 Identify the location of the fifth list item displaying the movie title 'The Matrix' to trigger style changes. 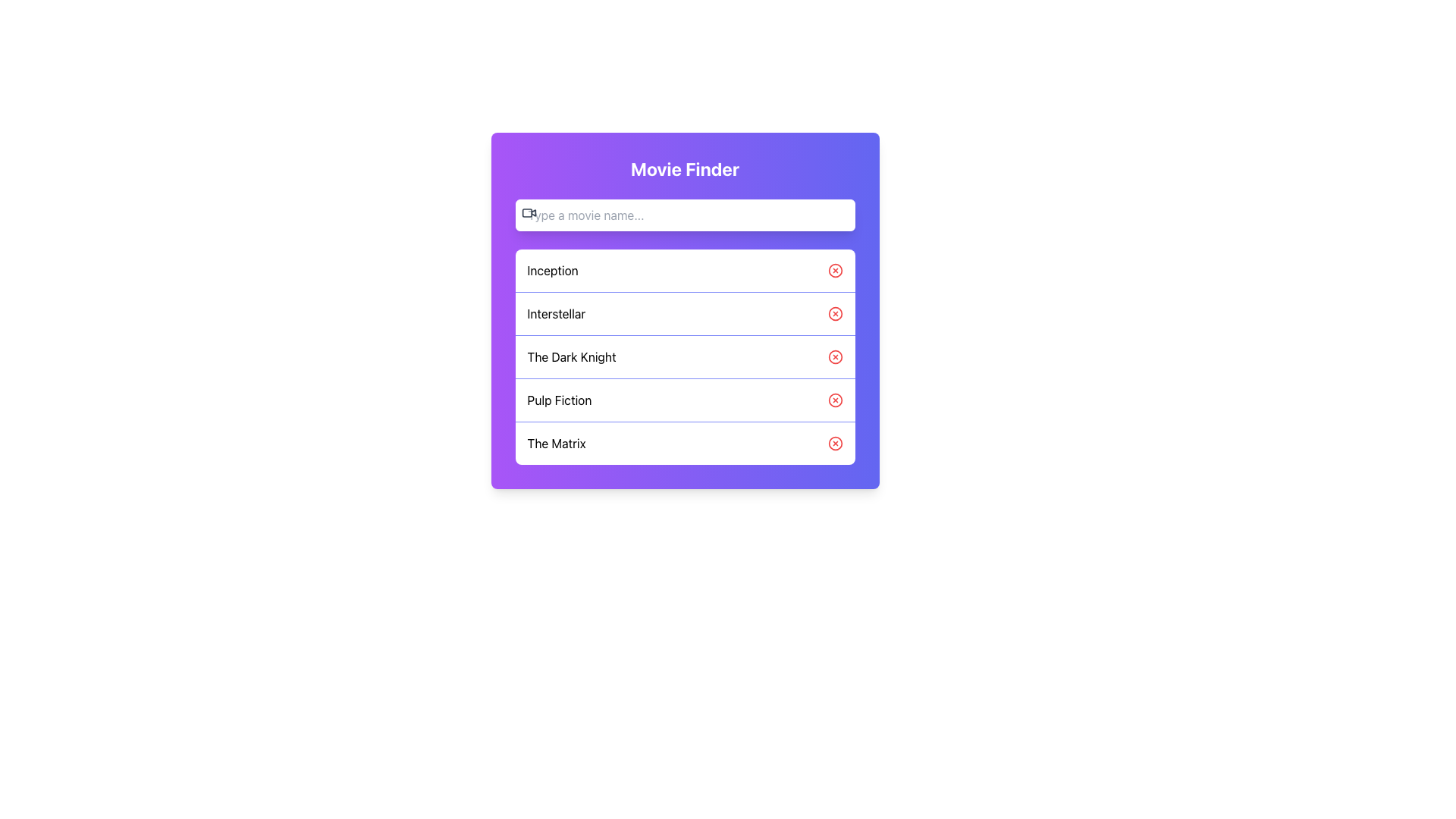
(684, 443).